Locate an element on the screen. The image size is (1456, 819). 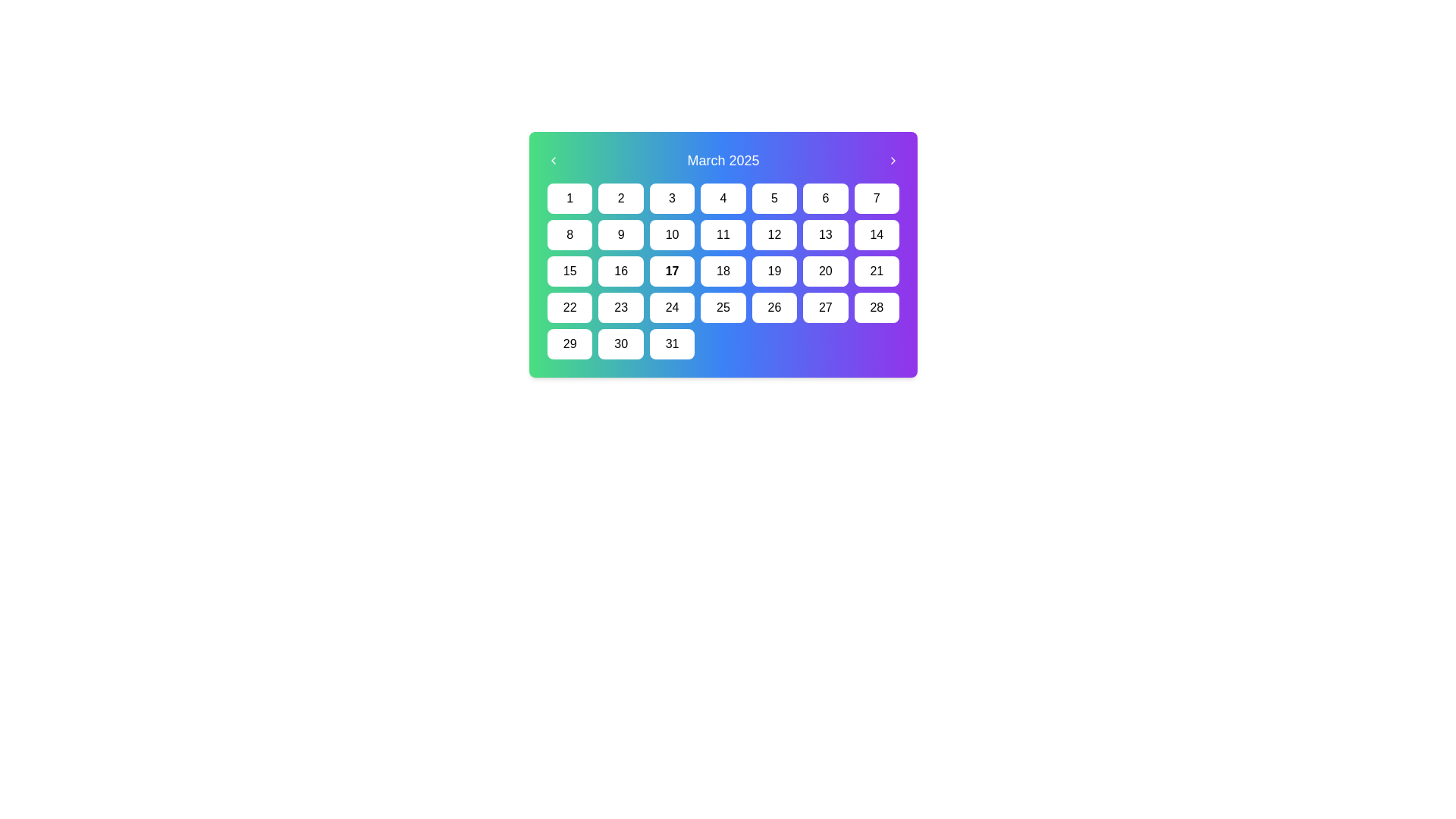
the text label displaying the number '18' in black on a white background, styled as a rounded button, part of the March 2025 calendar grid is located at coordinates (723, 271).